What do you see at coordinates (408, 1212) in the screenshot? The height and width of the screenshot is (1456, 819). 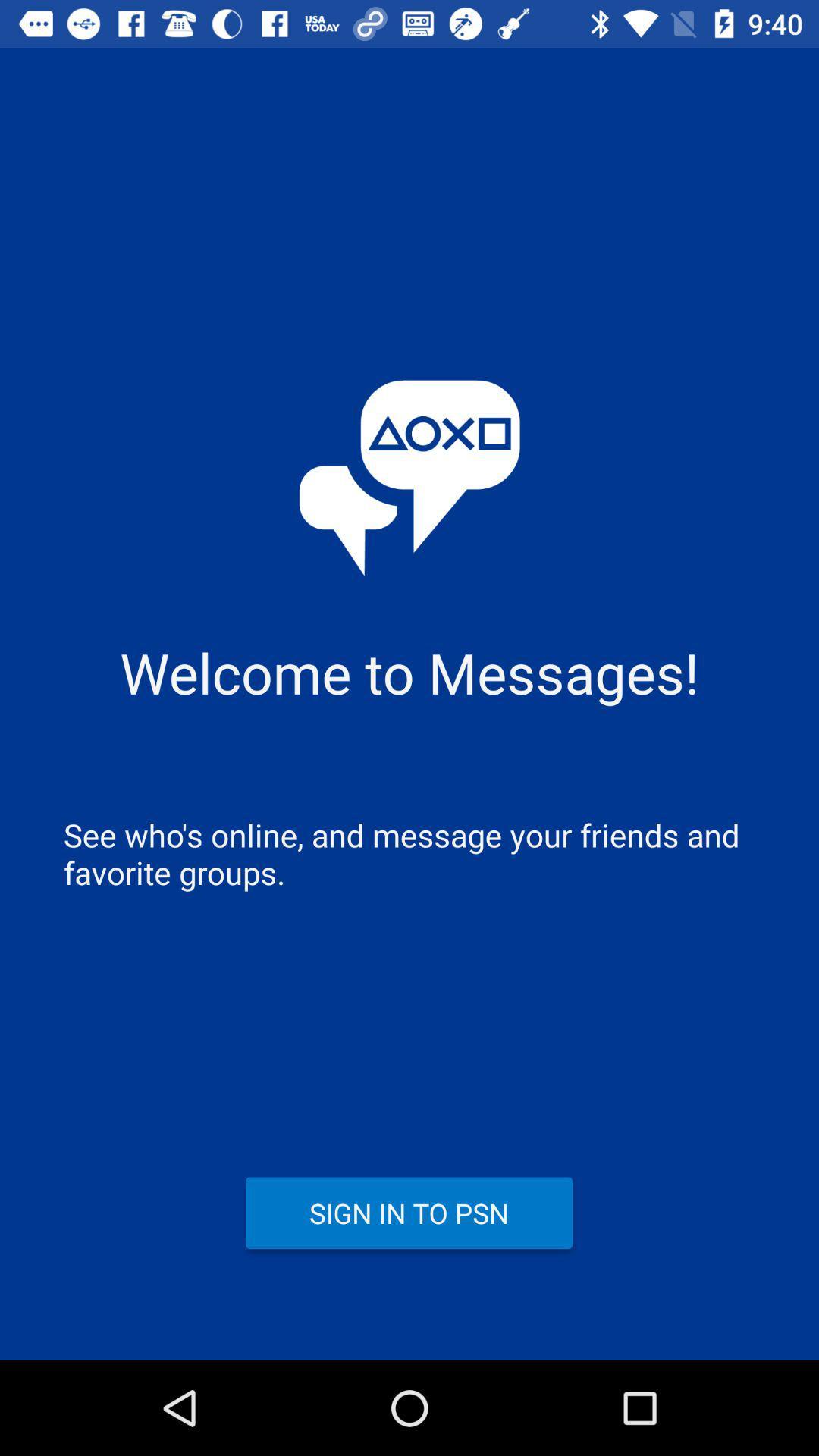 I see `sign in to` at bounding box center [408, 1212].